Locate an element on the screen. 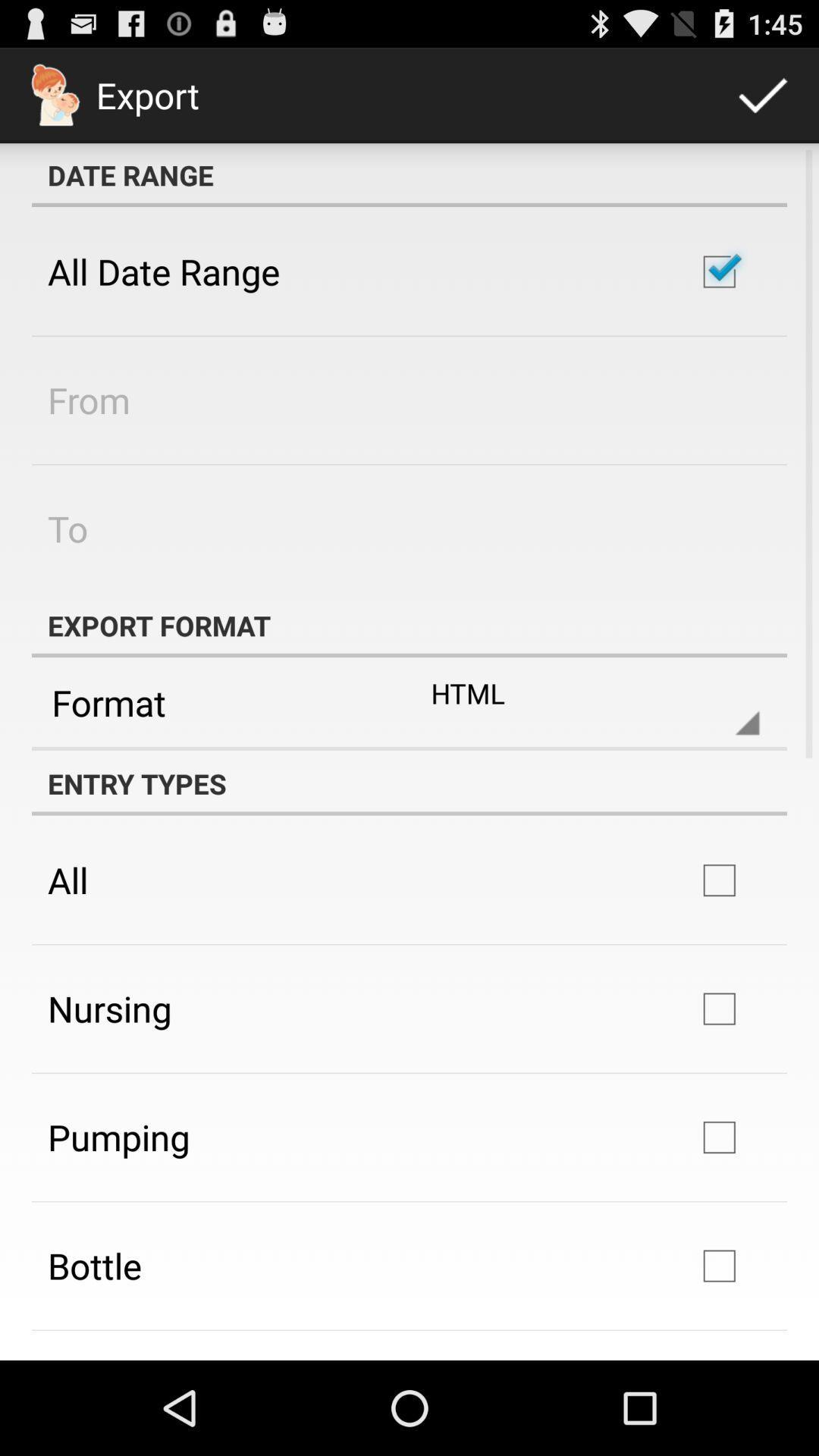  the icon to the right of export app is located at coordinates (763, 94).